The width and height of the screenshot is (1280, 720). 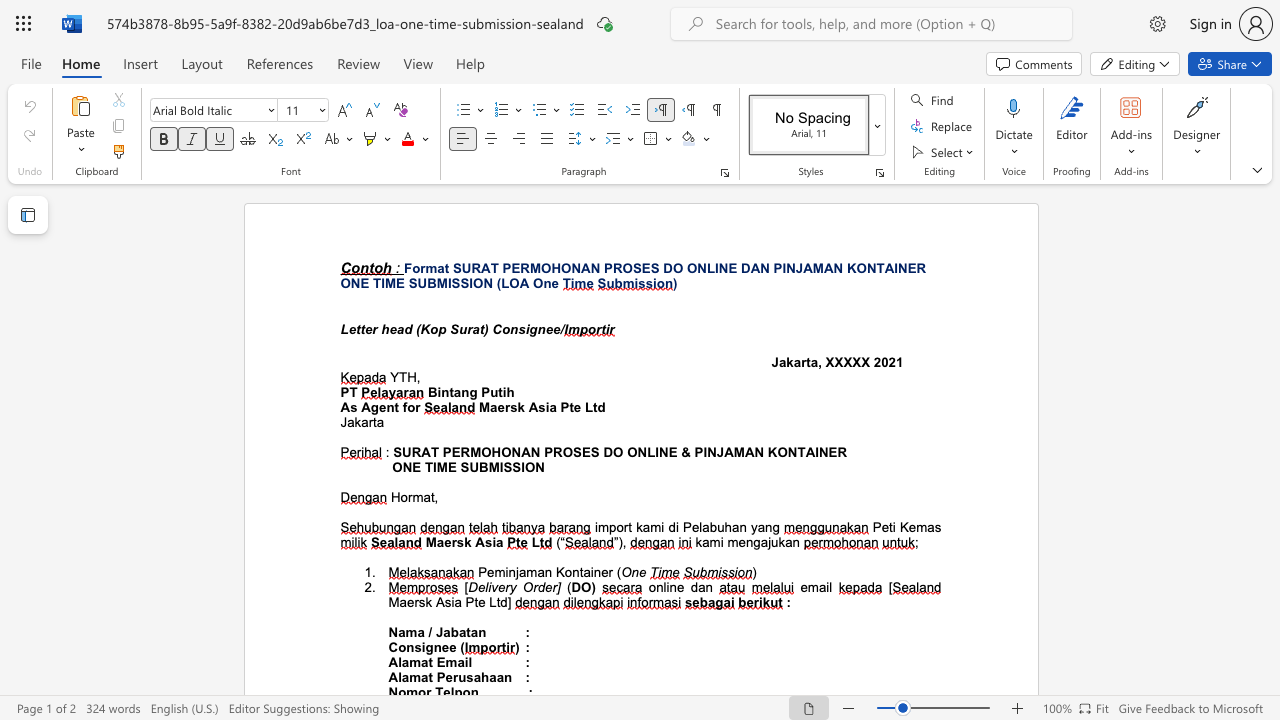 I want to click on the subset text "njaman Kontainer" within the text "Peminjaman Kontainer", so click(x=508, y=572).